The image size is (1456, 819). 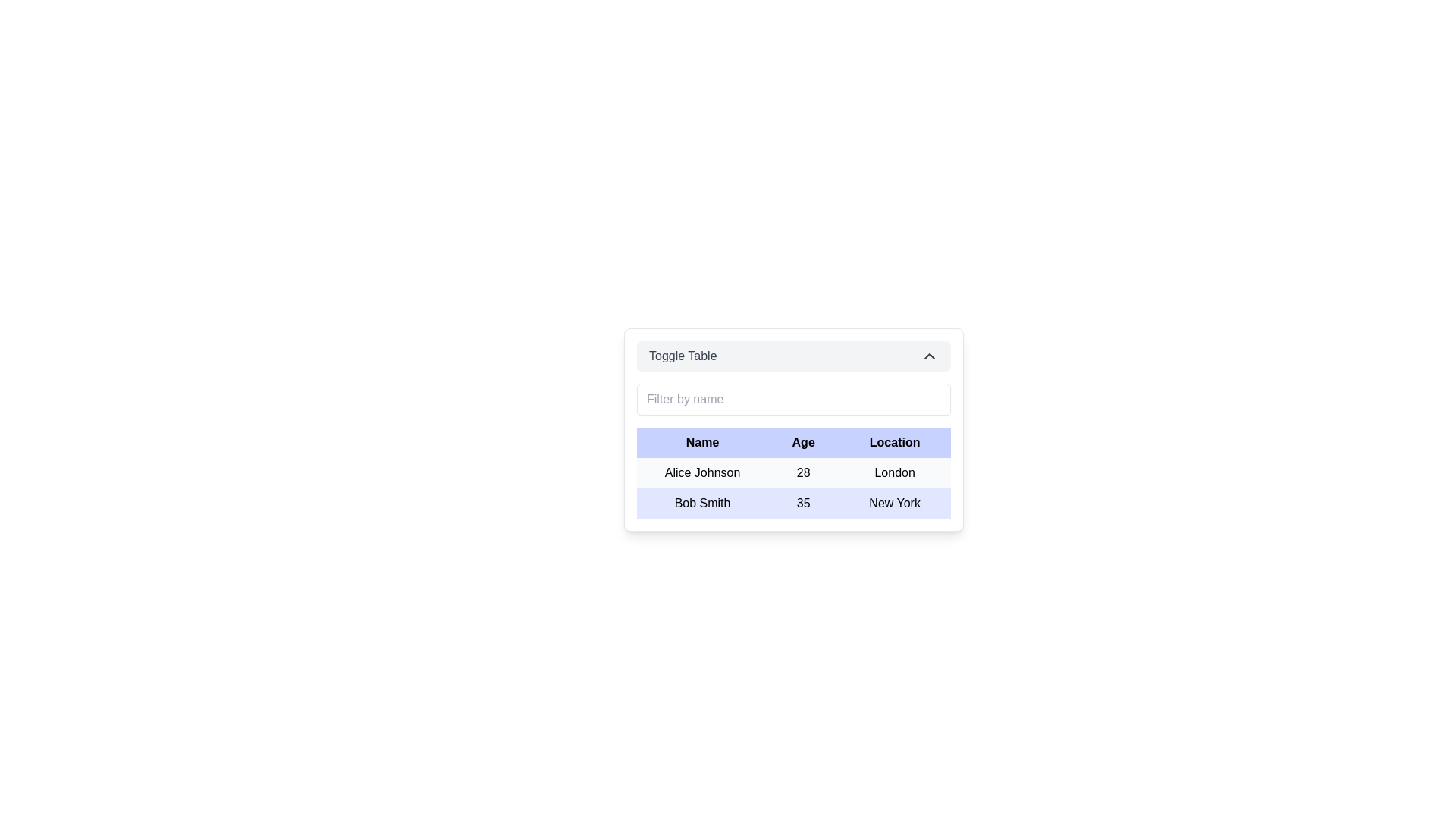 What do you see at coordinates (802, 442) in the screenshot?
I see `the 'Age' table header cell` at bounding box center [802, 442].